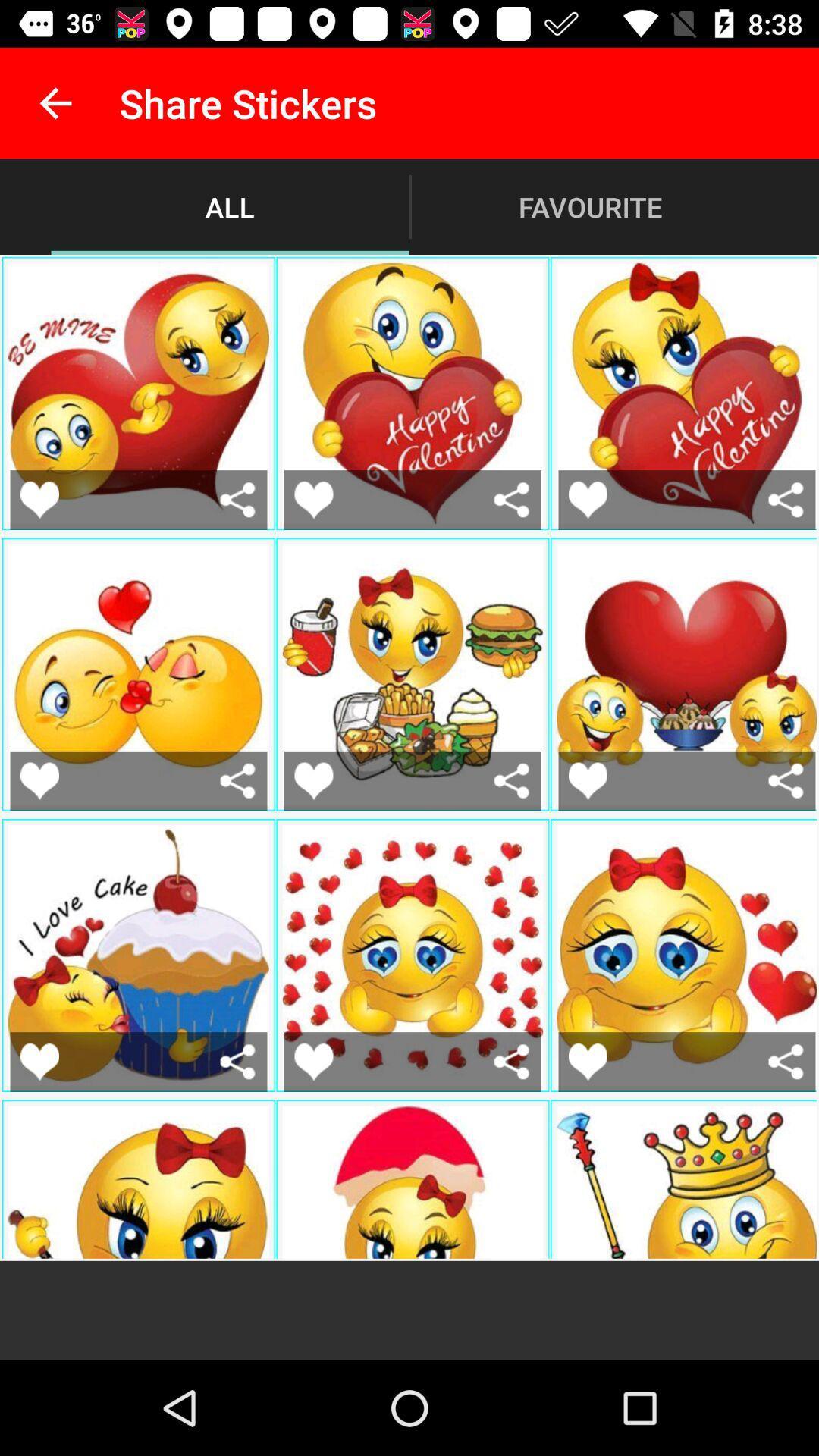 This screenshot has height=1456, width=819. I want to click on birthday and love cake, so click(237, 1061).